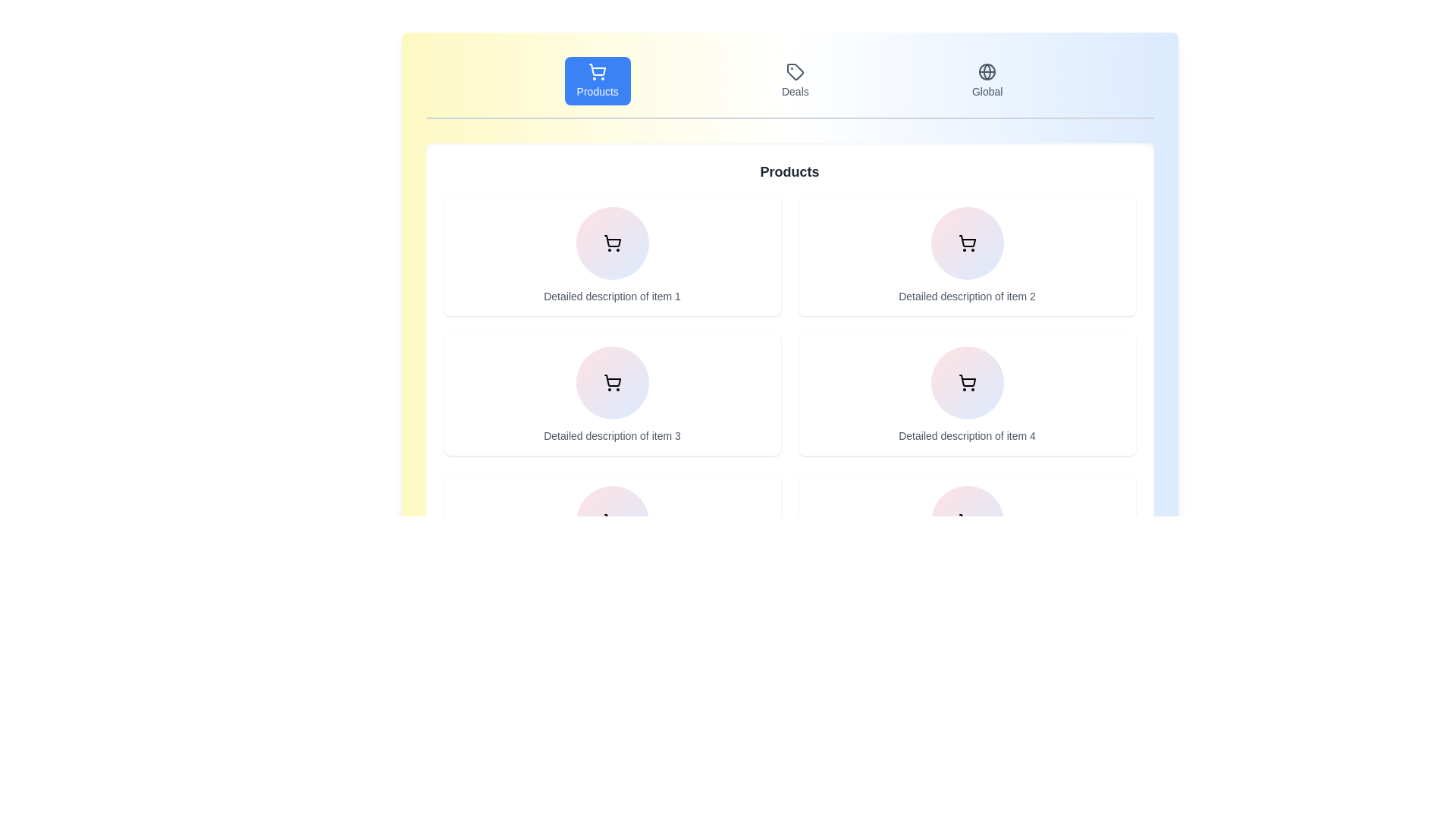  Describe the element at coordinates (966, 254) in the screenshot. I see `the item with the description 'Detailed description of item 2' to view its details` at that location.